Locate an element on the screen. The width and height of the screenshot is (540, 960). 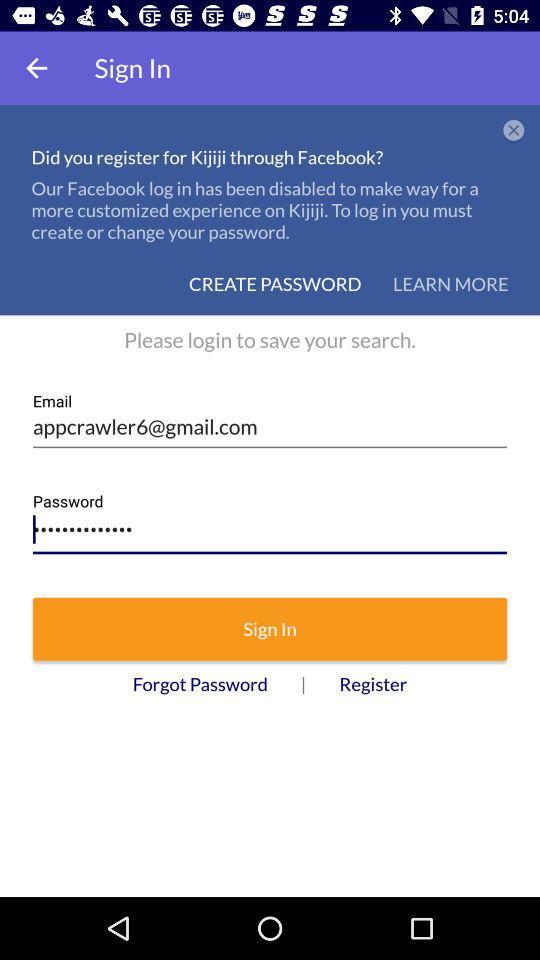
the close icon is located at coordinates (513, 130).